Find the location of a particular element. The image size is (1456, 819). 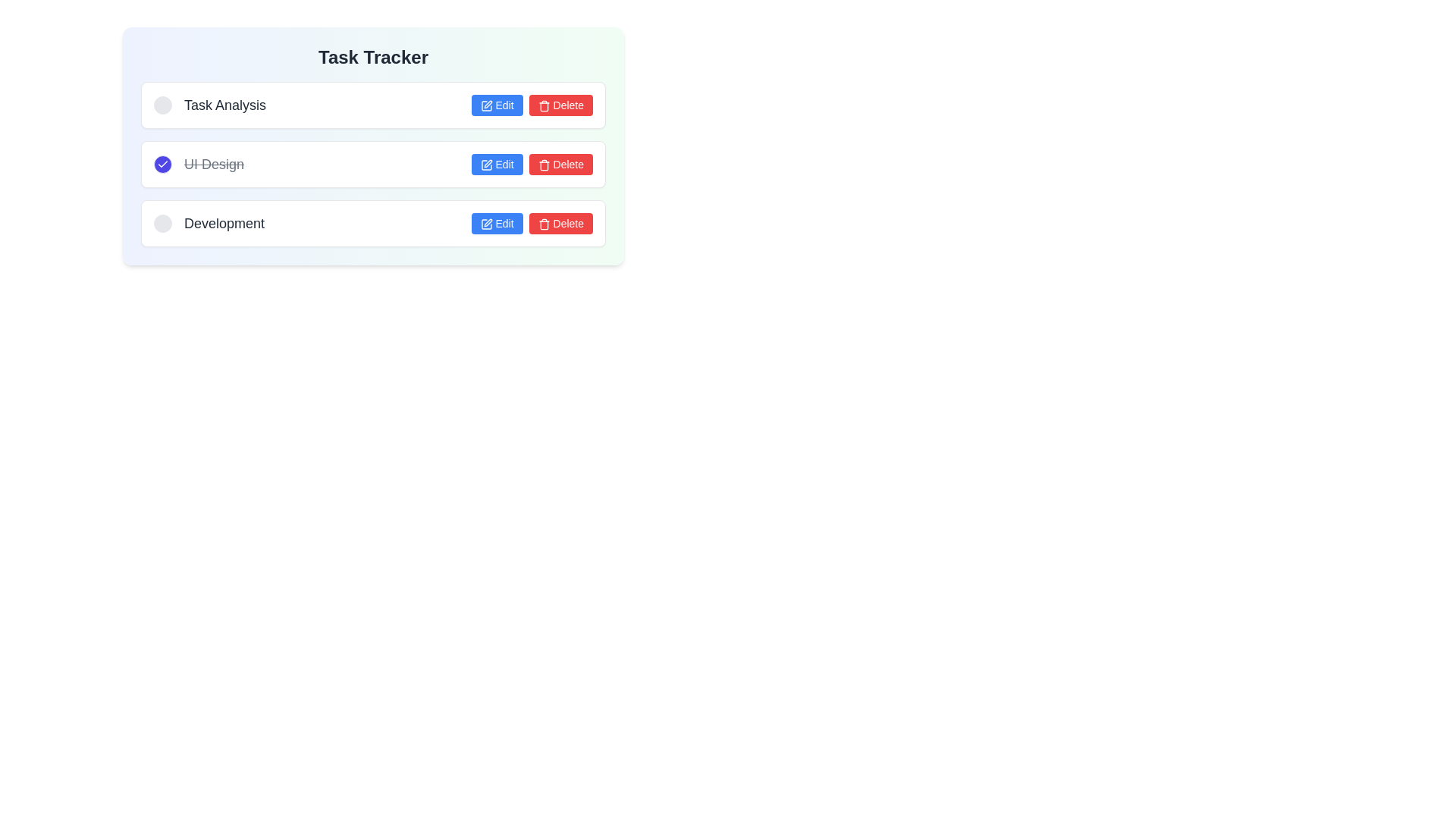

the text label indicating a completed task in the task list interface, styled with a line-through, located between 'Task Analysis' and 'Development' is located at coordinates (198, 164).